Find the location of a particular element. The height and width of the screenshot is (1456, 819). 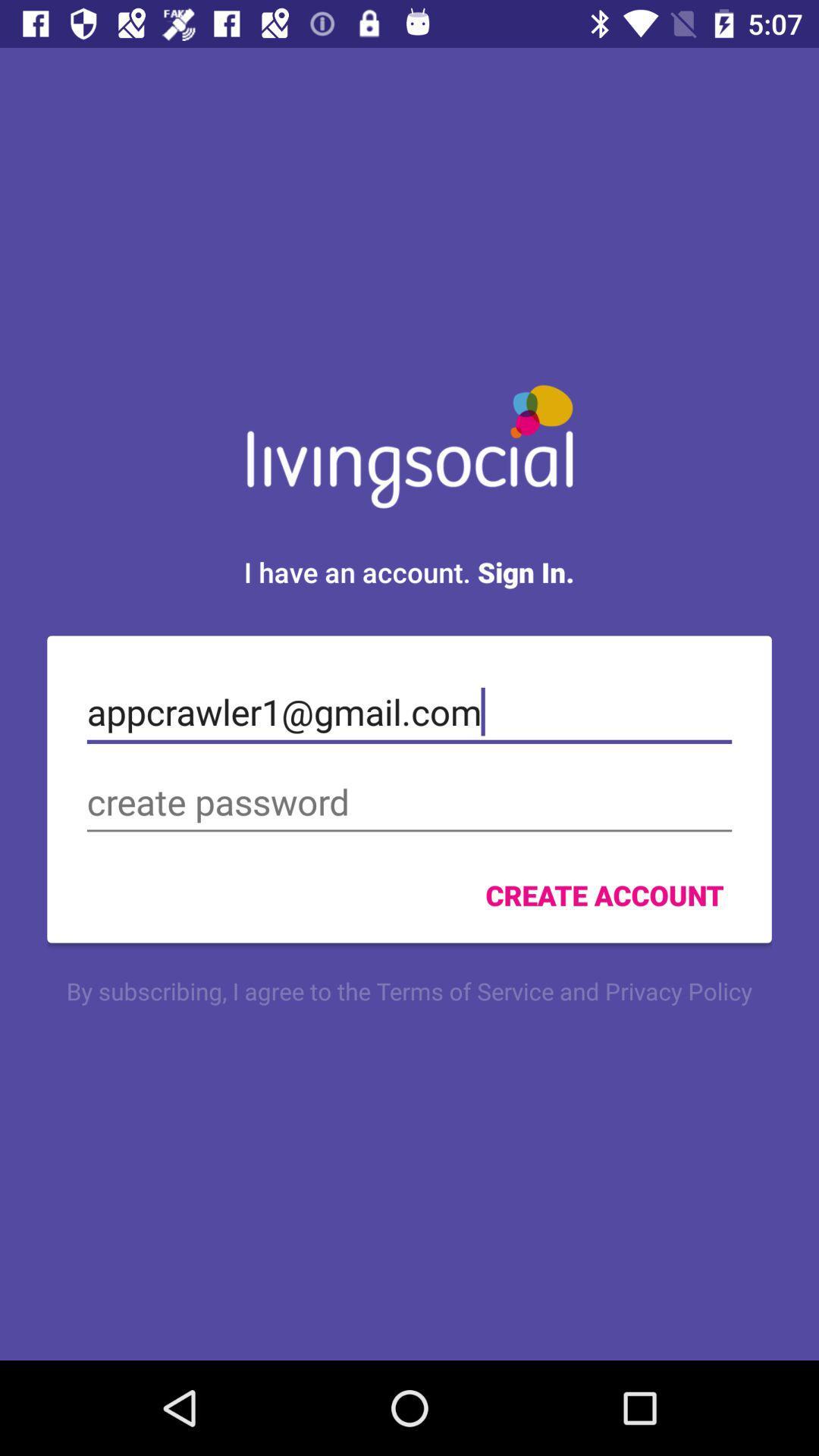

item above the create account is located at coordinates (409, 802).